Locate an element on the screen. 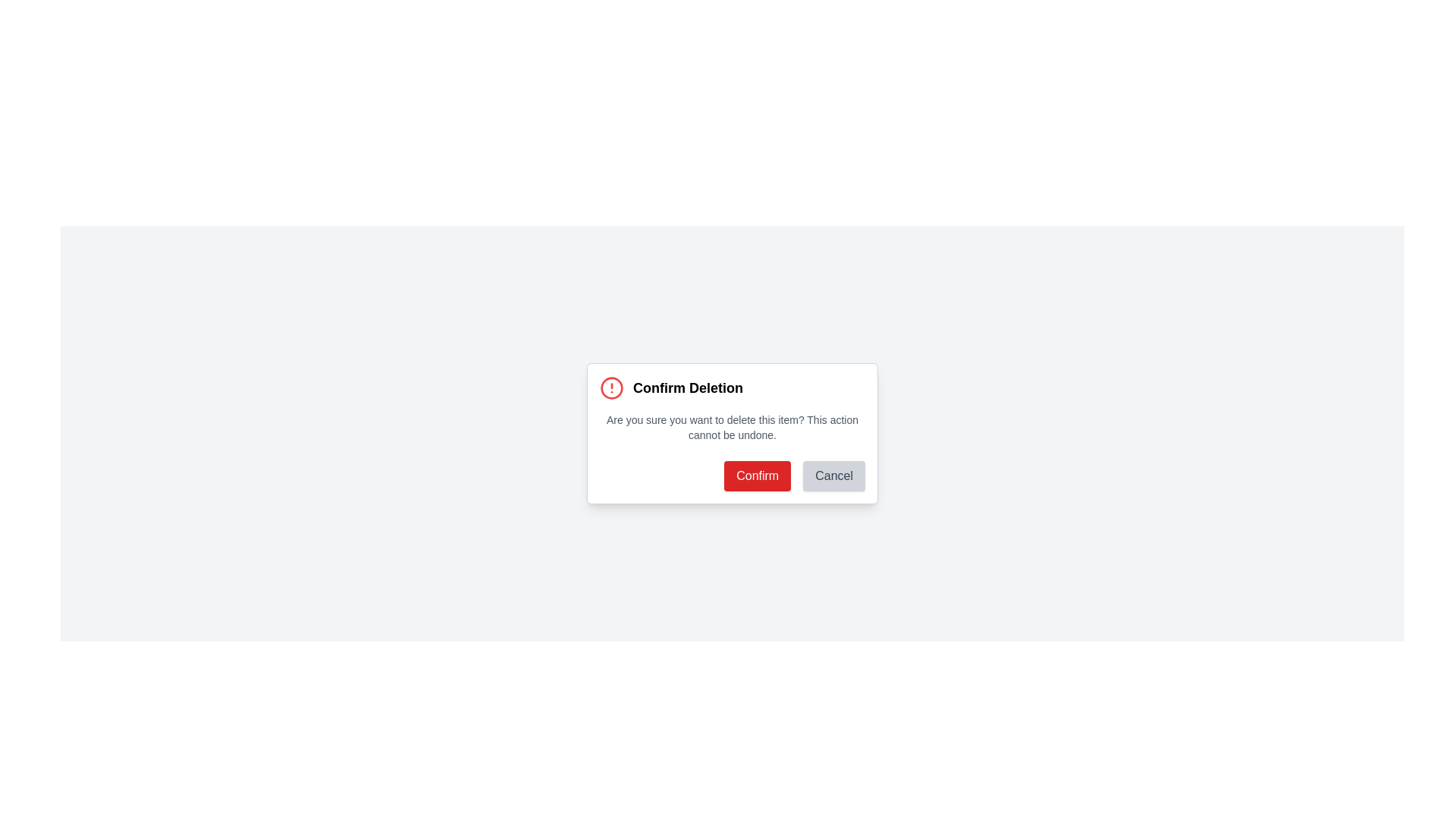 This screenshot has width=1456, height=819. message in the modal dialog box titled 'Confirm Deletion', which explains the consequences of the action is located at coordinates (732, 433).